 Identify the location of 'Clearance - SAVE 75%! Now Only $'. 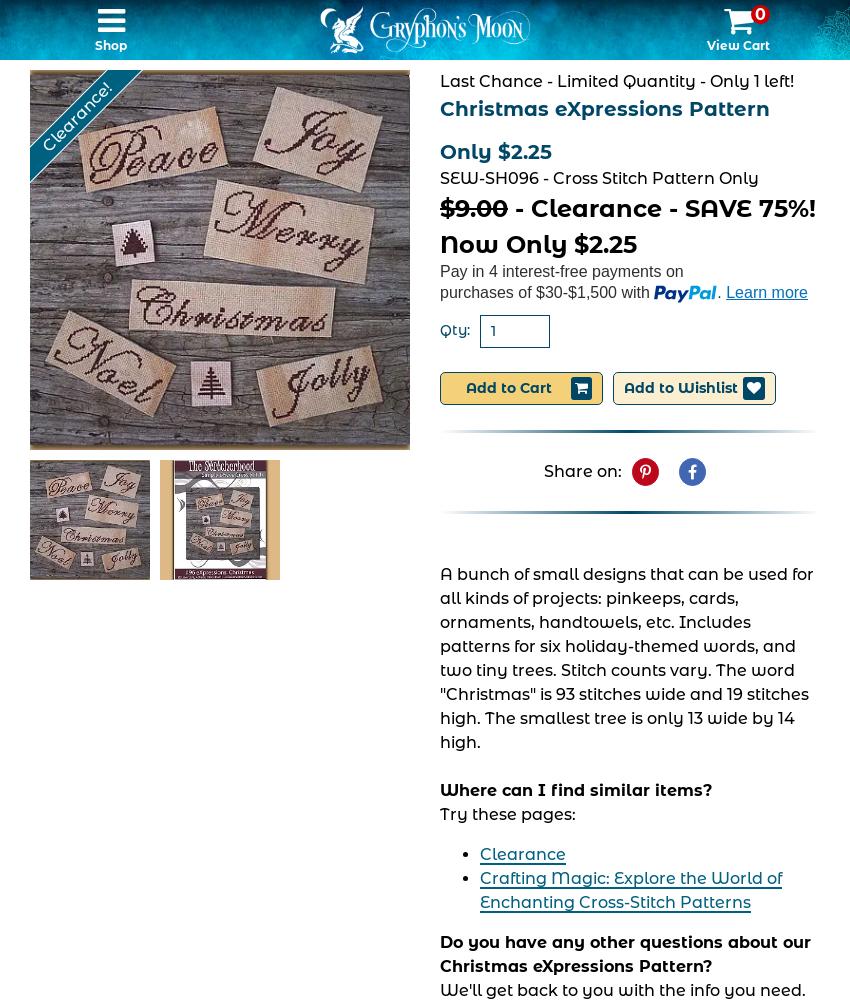
(626, 225).